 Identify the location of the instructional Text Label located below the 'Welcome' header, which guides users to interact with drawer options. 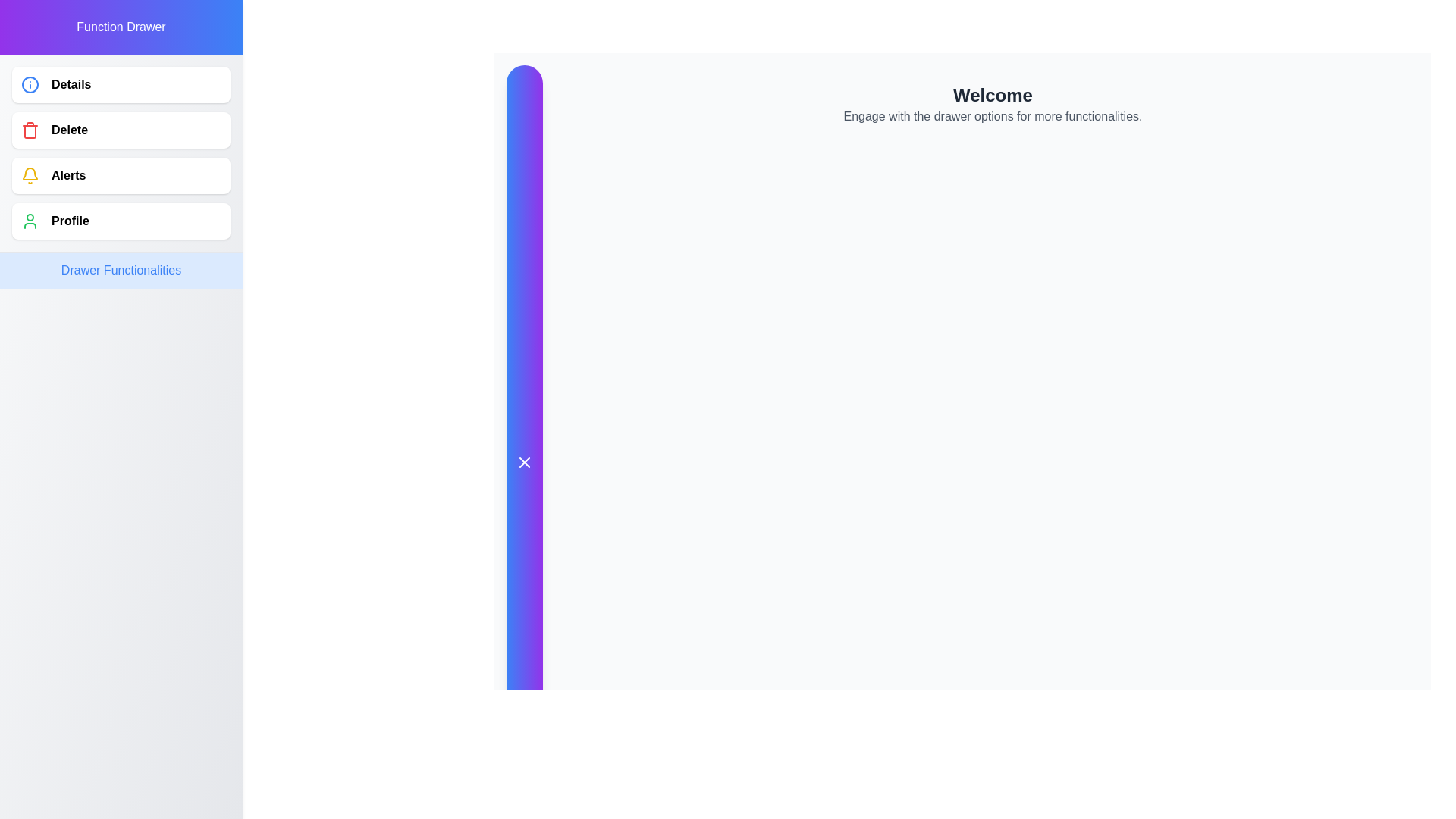
(993, 116).